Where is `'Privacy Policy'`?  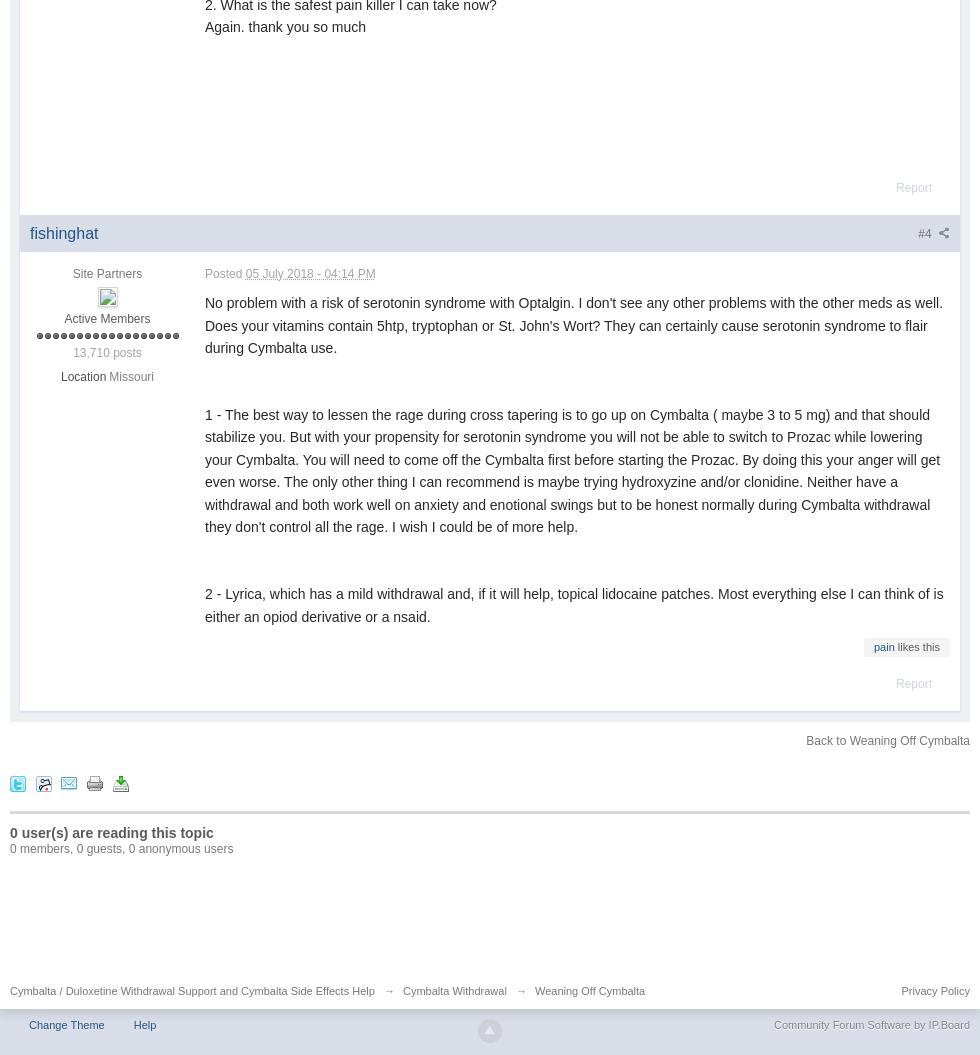 'Privacy Policy' is located at coordinates (901, 990).